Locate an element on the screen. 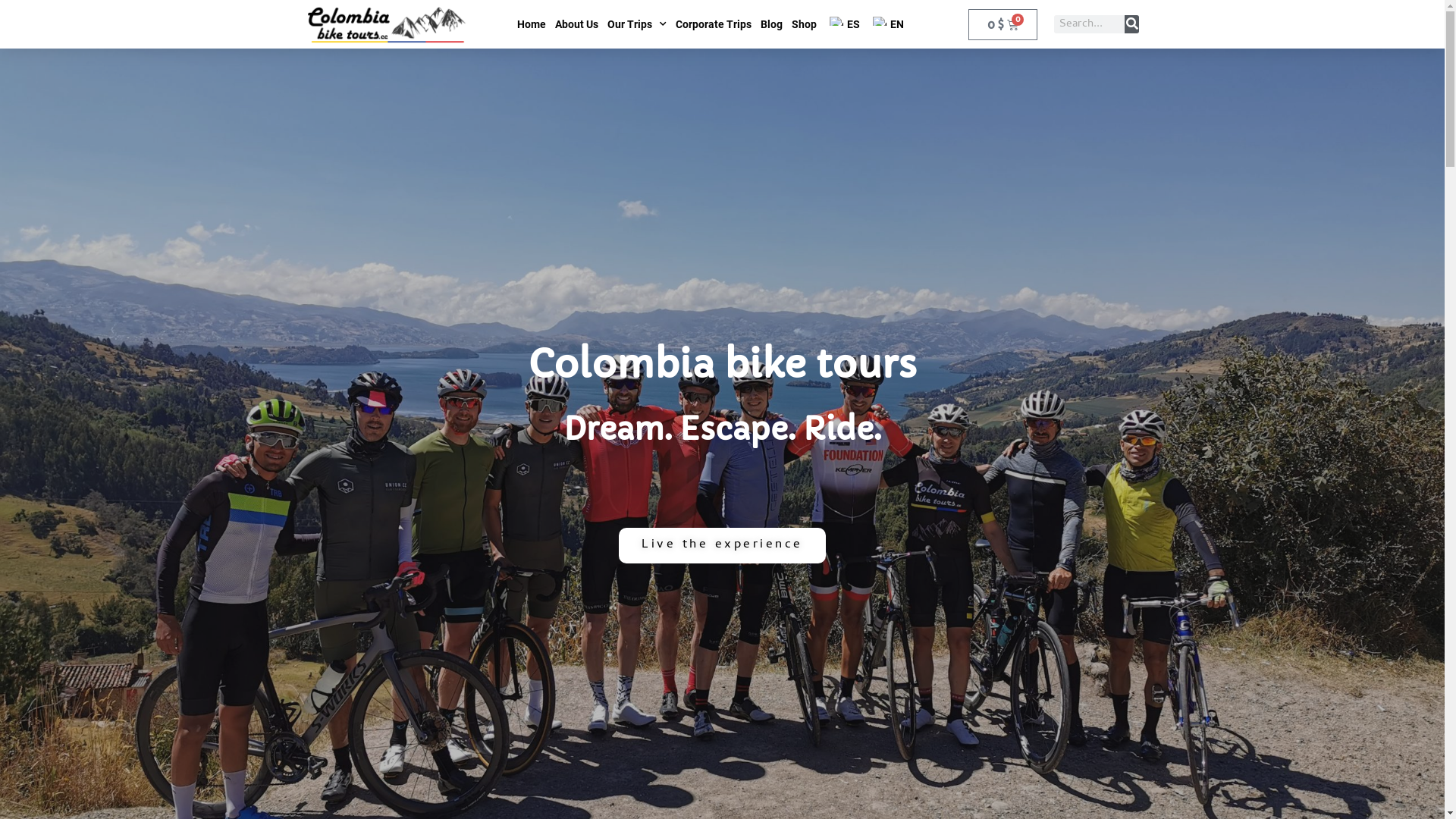 Image resolution: width=1456 pixels, height=819 pixels. 'EN' is located at coordinates (886, 24).